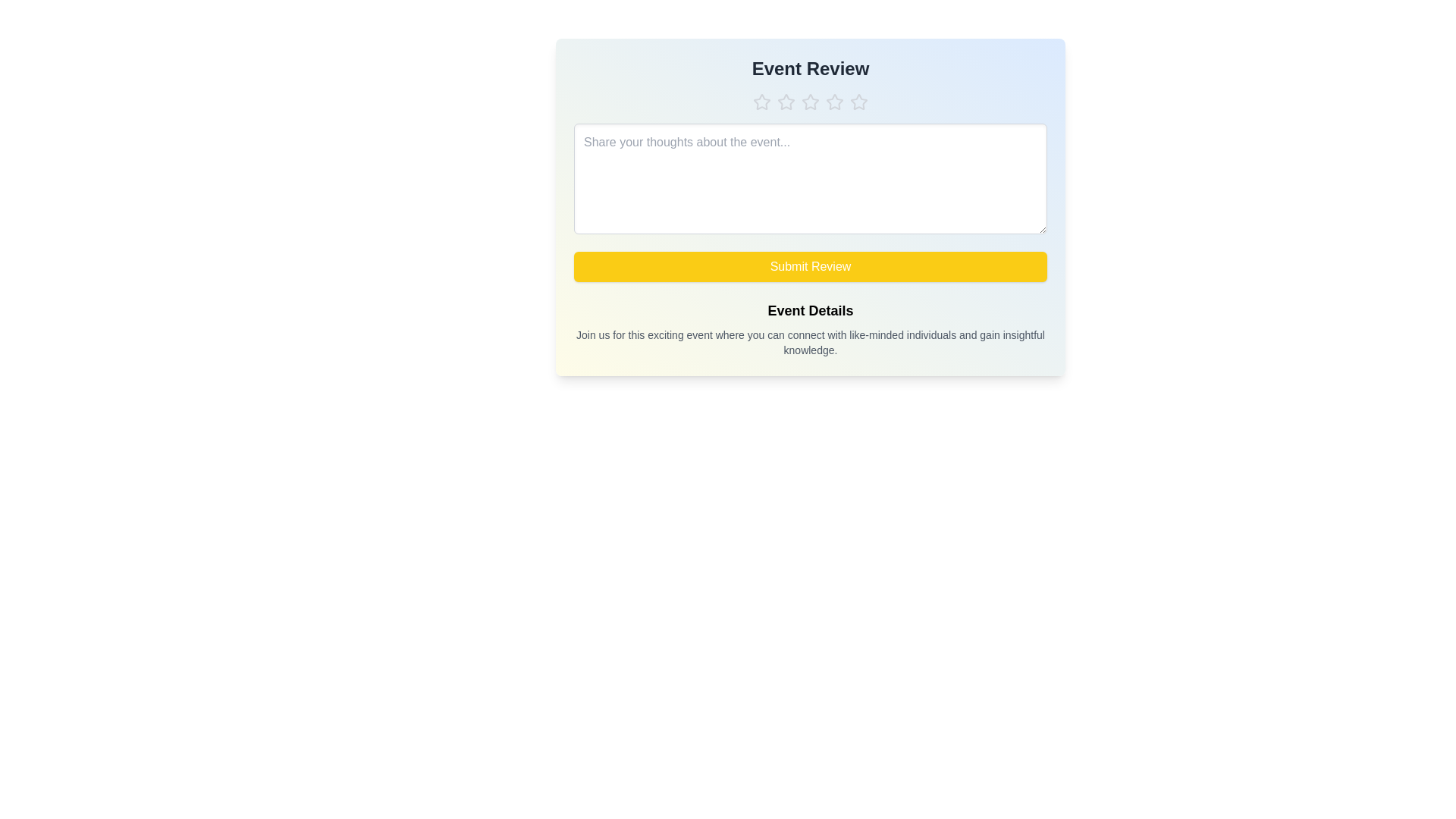  I want to click on the star corresponding to 1 to set the rating, so click(761, 102).